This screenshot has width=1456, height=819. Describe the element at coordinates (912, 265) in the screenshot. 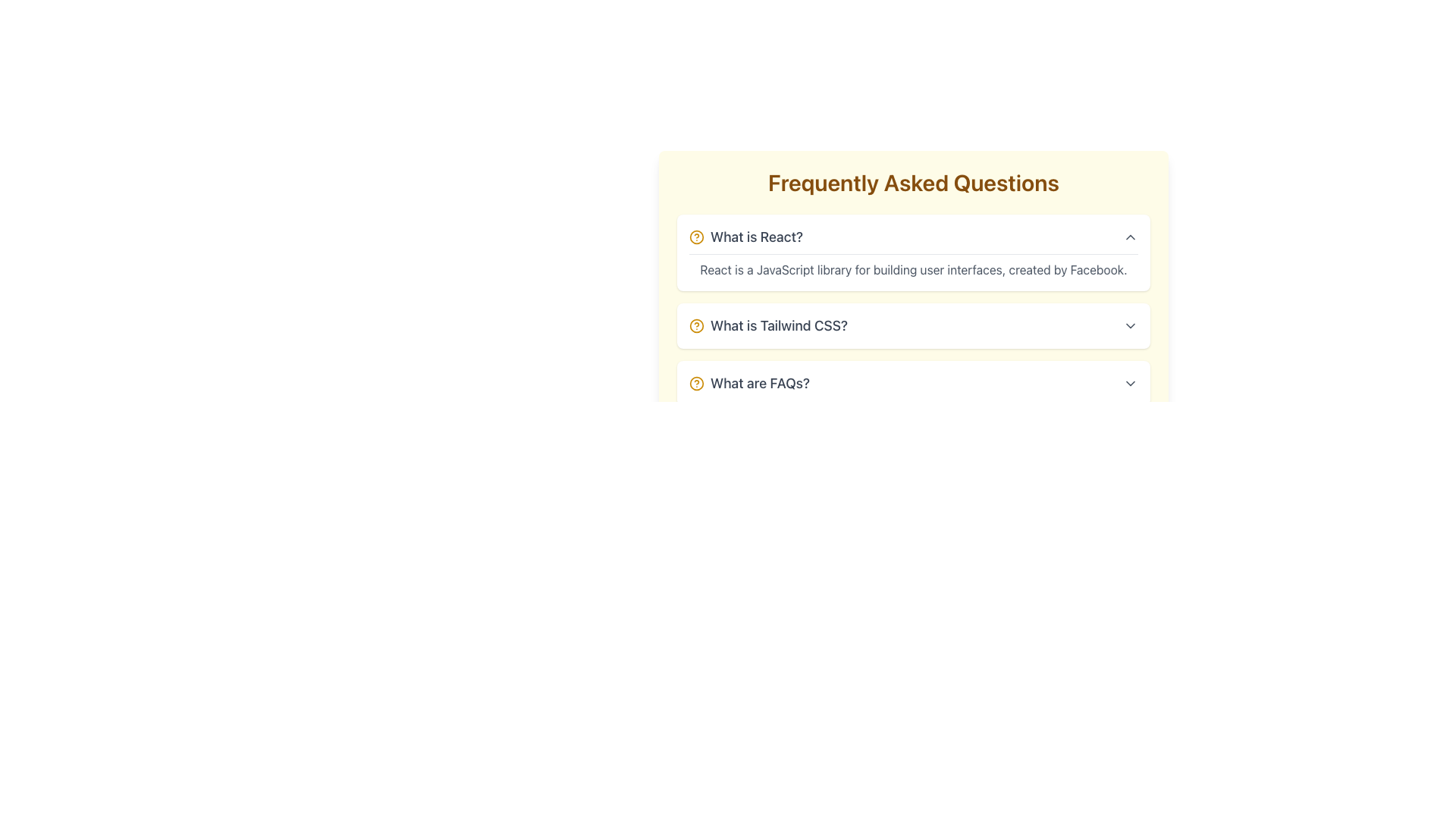

I see `the text element that reads 'React is a JavaScript library for building user interfaces, created by Facebook.' which is styled with gray text and located below the question 'What is React?'` at that location.